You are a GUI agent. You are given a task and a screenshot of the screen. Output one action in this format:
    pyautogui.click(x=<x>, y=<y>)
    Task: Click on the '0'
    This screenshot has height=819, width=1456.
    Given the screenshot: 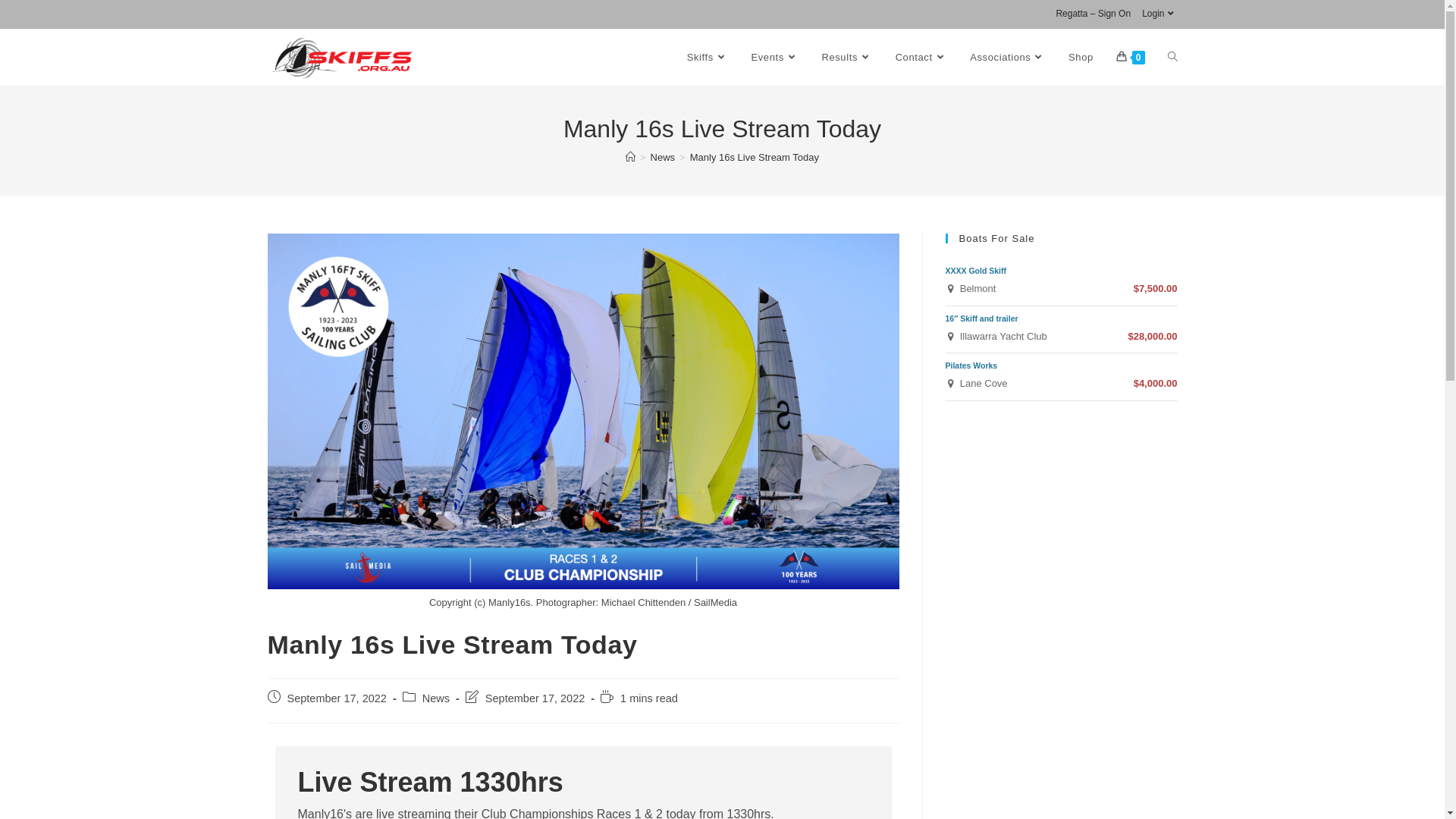 What is the action you would take?
    pyautogui.click(x=1131, y=57)
    